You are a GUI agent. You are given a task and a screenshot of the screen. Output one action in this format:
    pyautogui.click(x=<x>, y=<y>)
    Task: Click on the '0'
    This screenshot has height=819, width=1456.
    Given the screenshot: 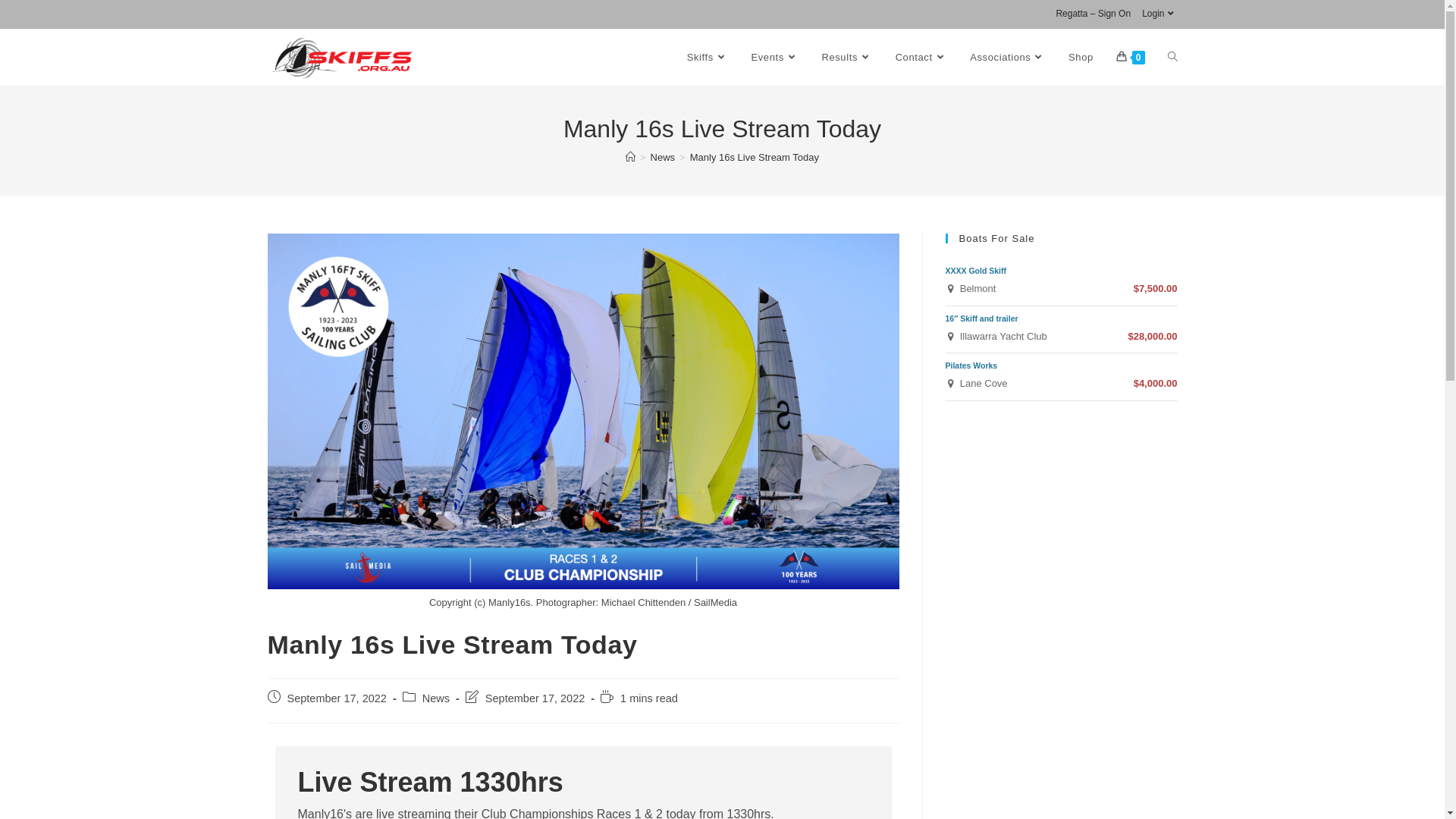 What is the action you would take?
    pyautogui.click(x=1131, y=57)
    